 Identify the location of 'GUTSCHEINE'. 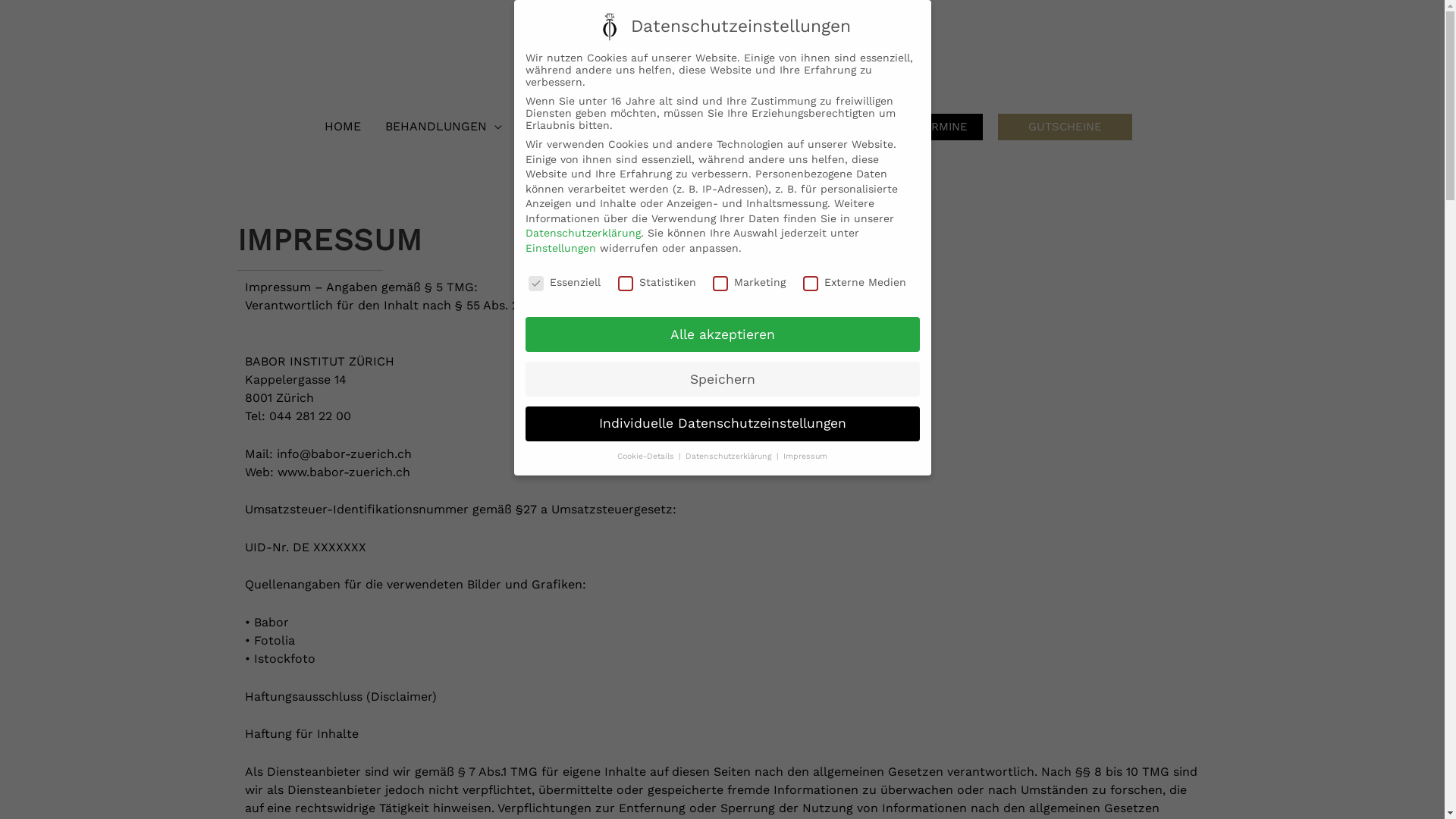
(1064, 126).